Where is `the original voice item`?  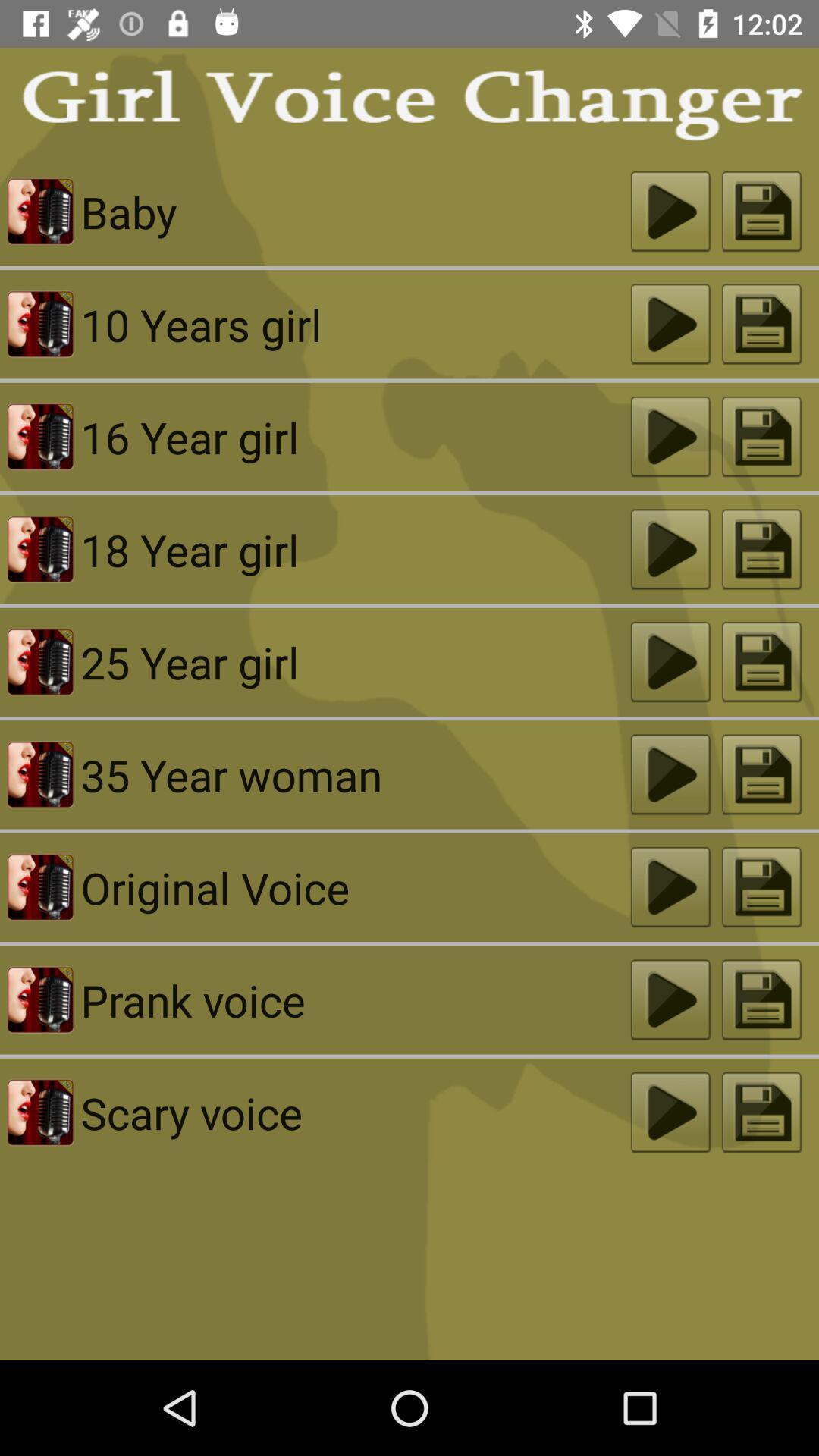
the original voice item is located at coordinates (356, 887).